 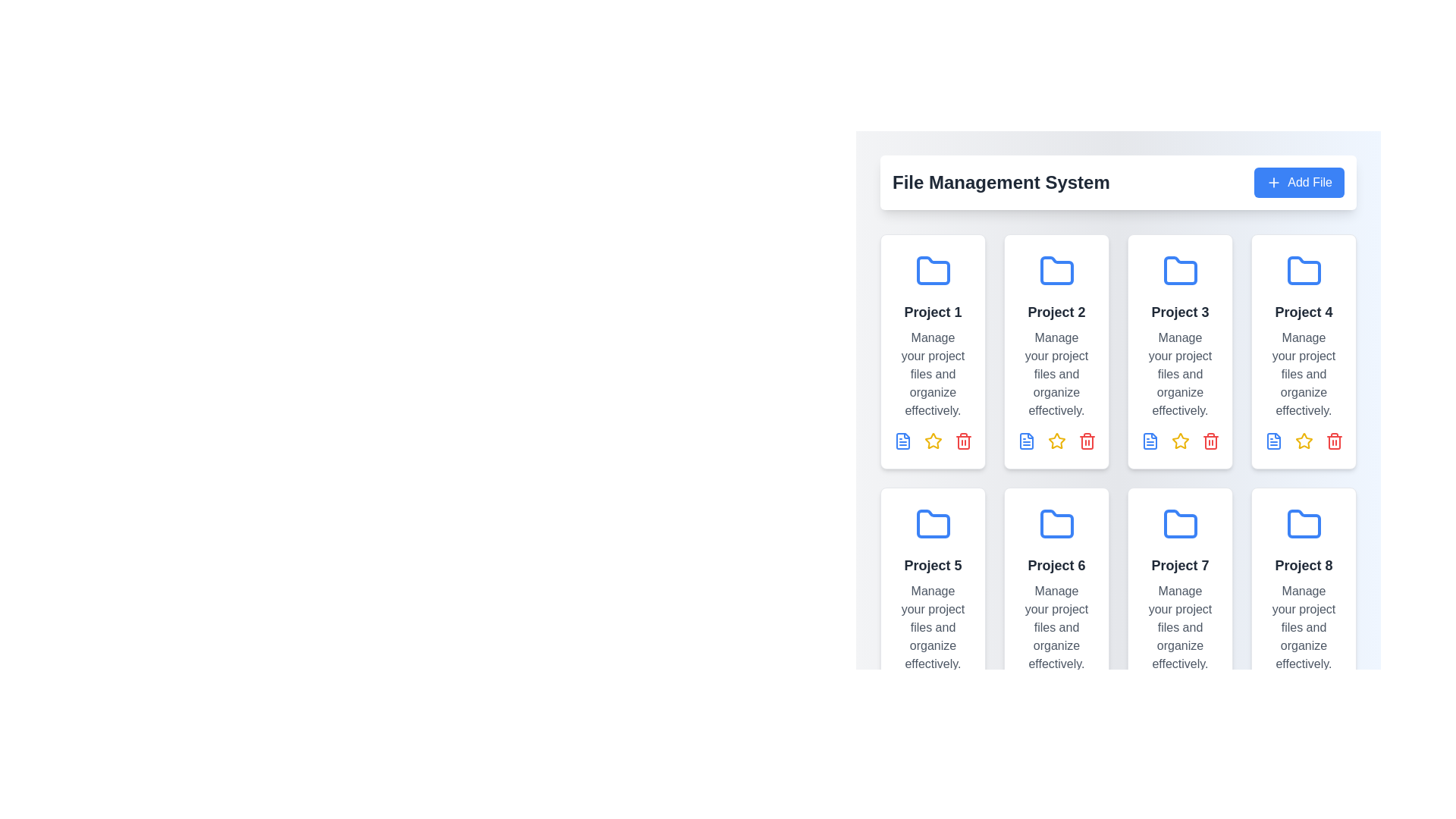 What do you see at coordinates (1303, 270) in the screenshot?
I see `the blue outlined folder icon located within the 'Project 4' card, positioned in the fourth column of the first row of the grid` at bounding box center [1303, 270].